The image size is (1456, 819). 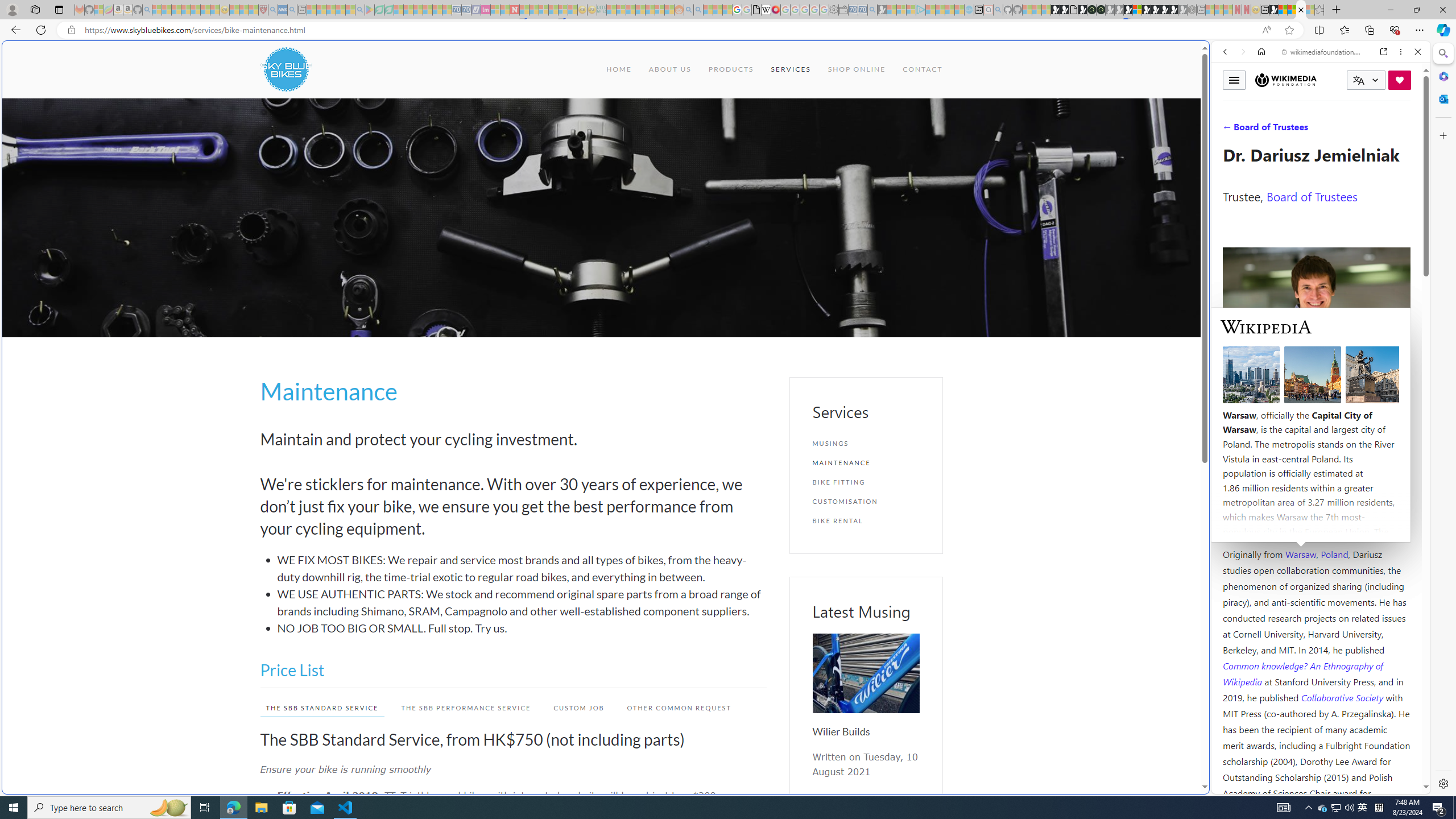 What do you see at coordinates (864, 462) in the screenshot?
I see `'MAINTENANCE'` at bounding box center [864, 462].